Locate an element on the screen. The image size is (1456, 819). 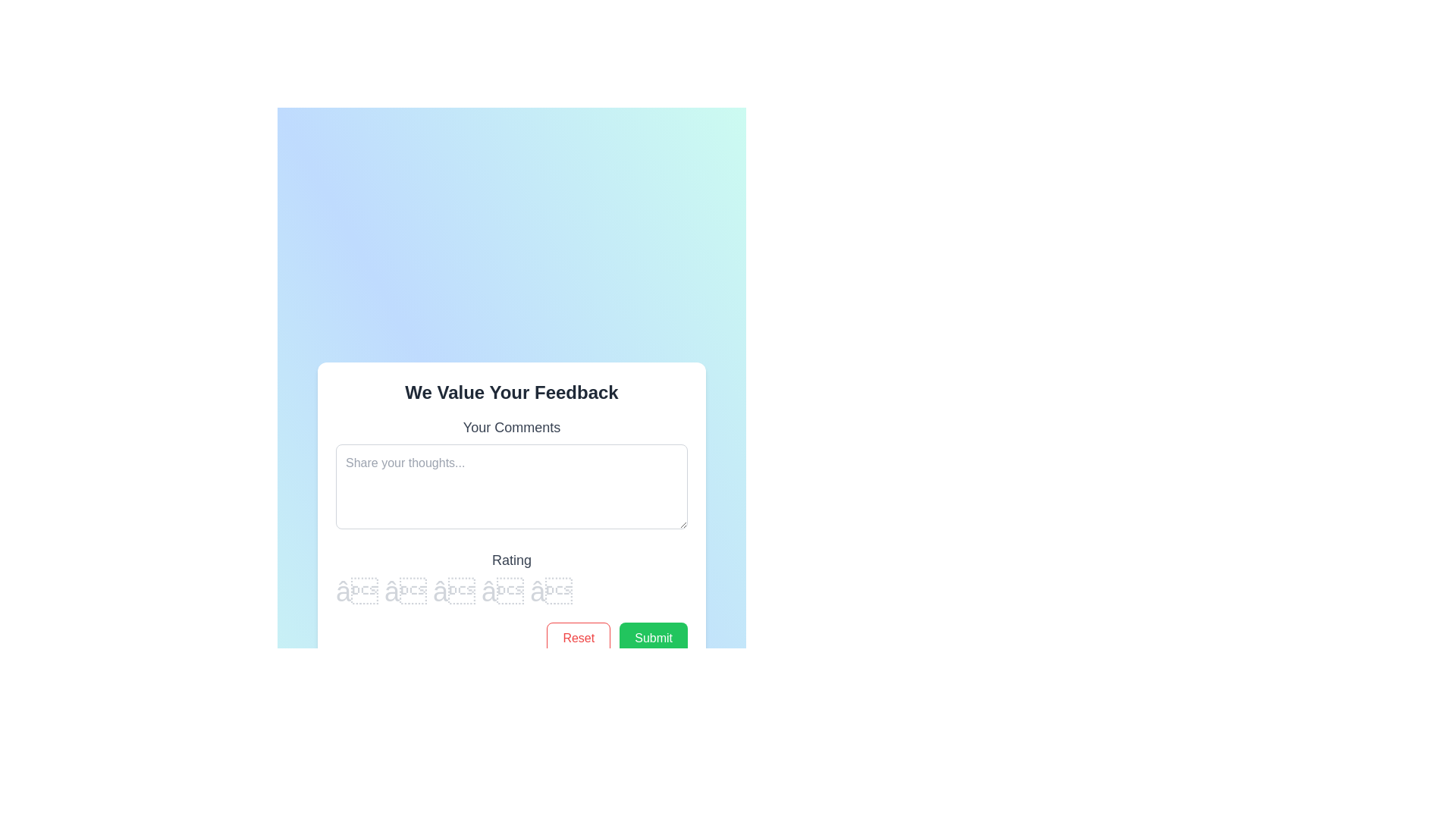
the first star-shaped button in the Rating section, which is displayed in light gray and turns yellow when hovered over is located at coordinates (356, 591).